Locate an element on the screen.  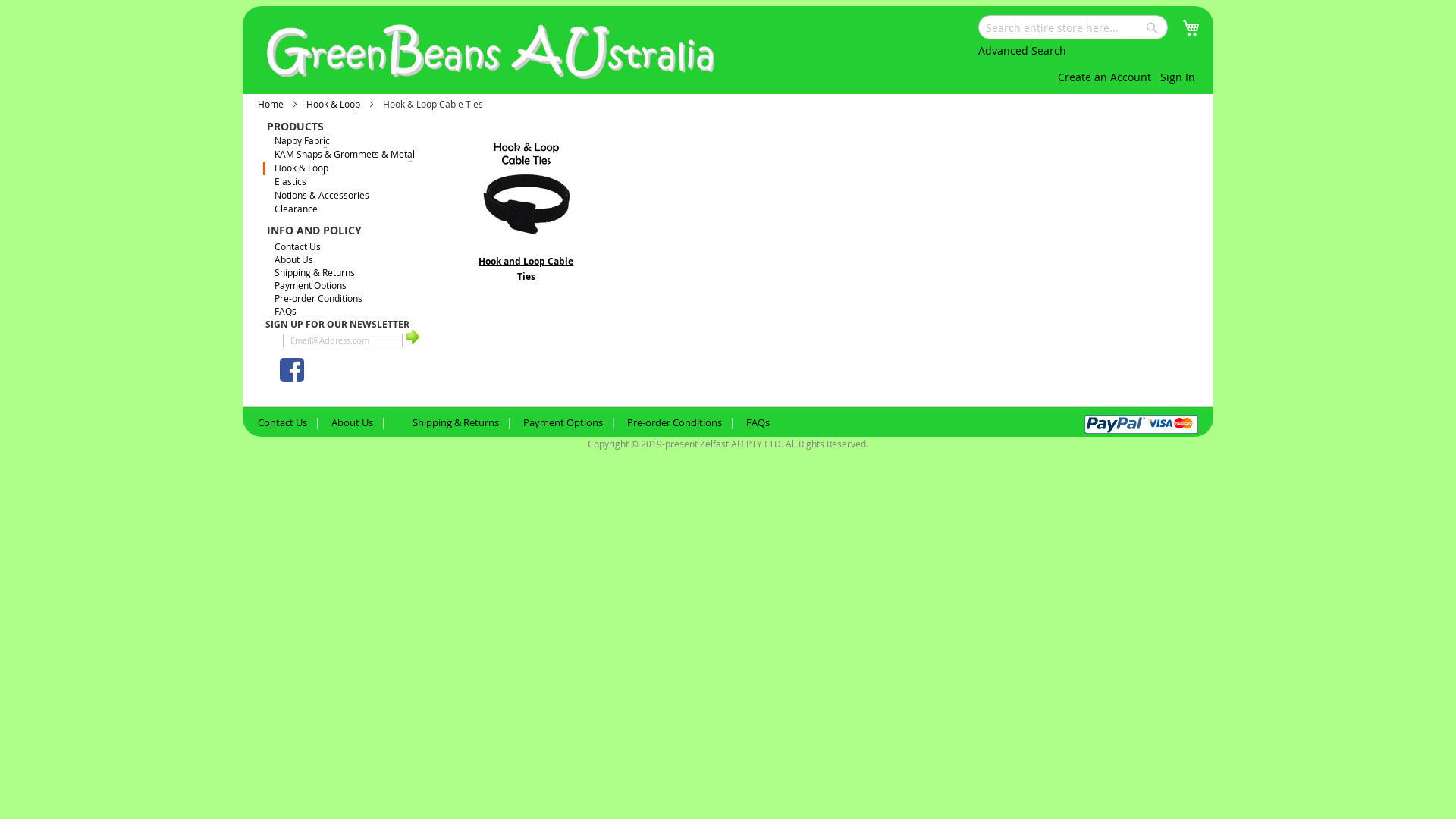
'Create an Account' is located at coordinates (1104, 77).